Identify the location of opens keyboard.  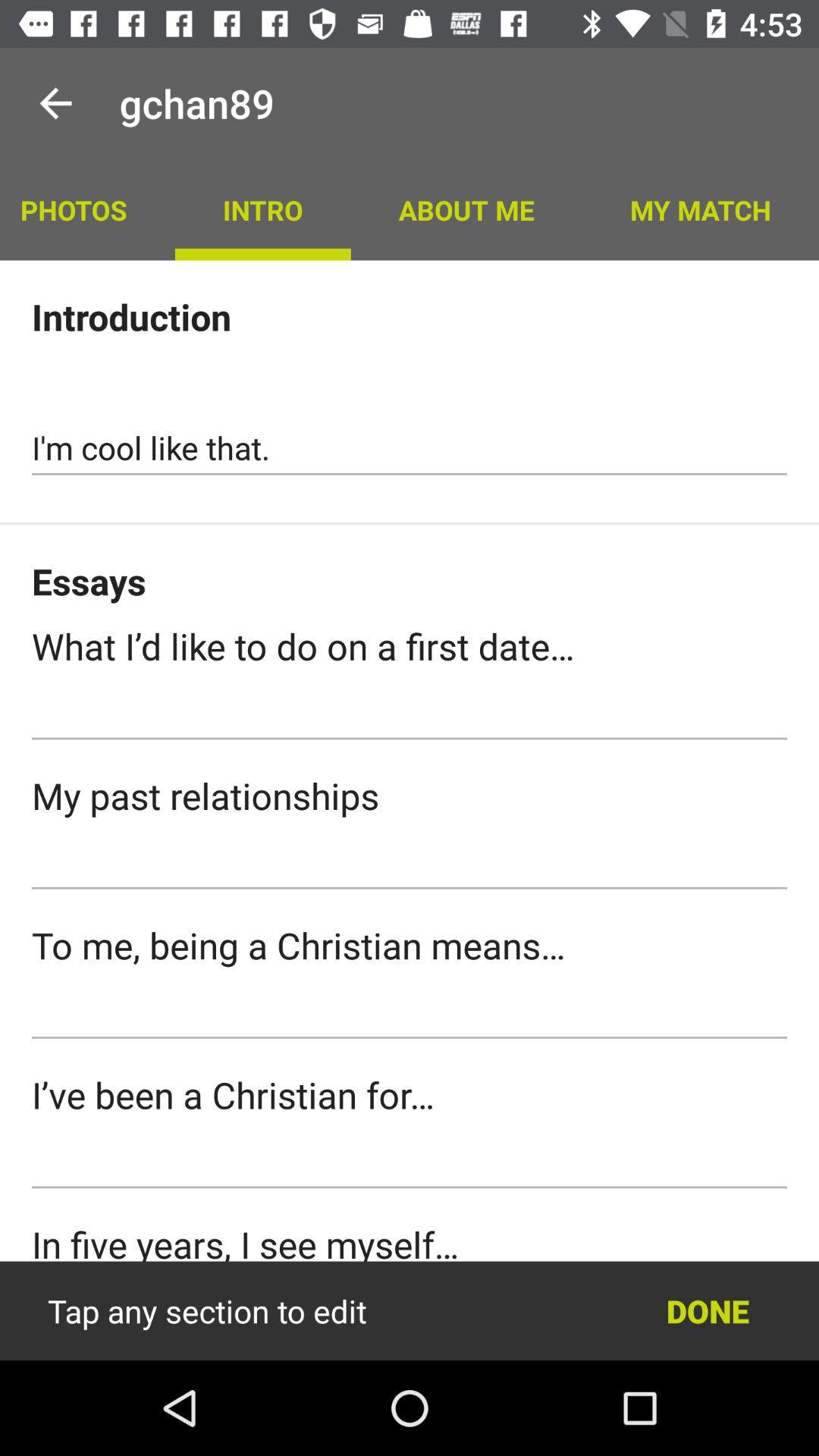
(409, 1012).